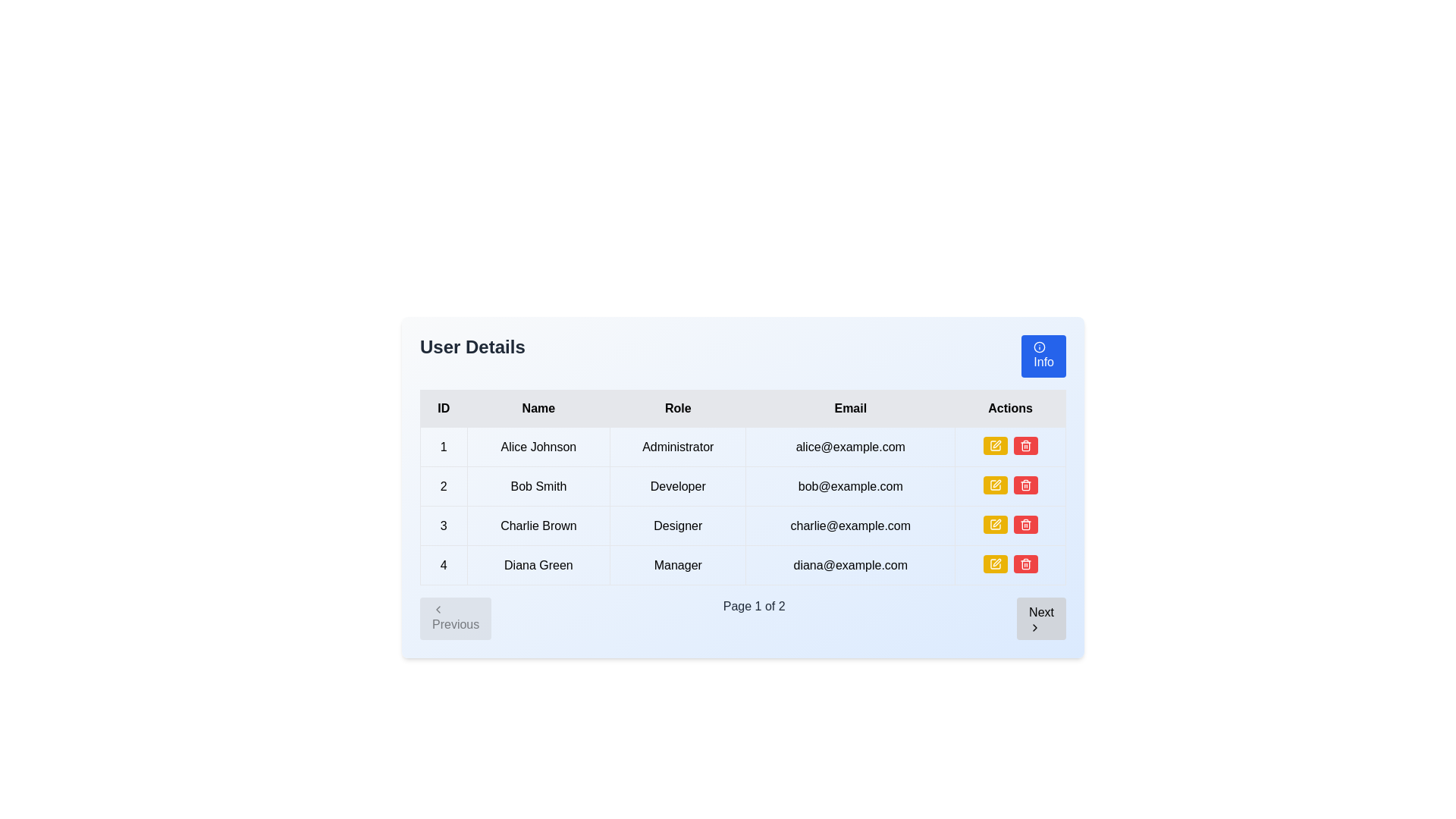  What do you see at coordinates (754, 619) in the screenshot?
I see `the static text label that displays the current page number and total number of pages in the navigational footer, located centrally between the 'Previous' and 'Next' buttons` at bounding box center [754, 619].